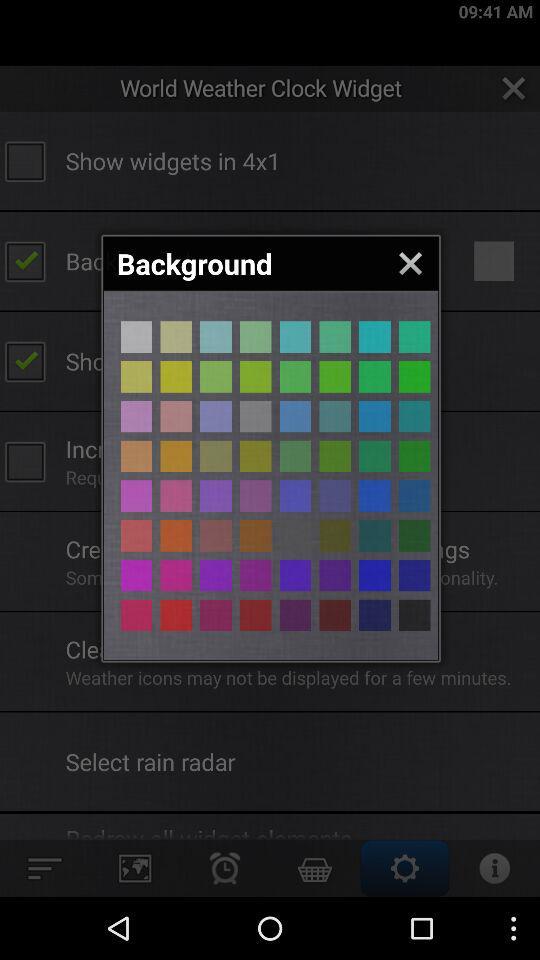 The image size is (540, 960). I want to click on orange background, so click(335, 575).